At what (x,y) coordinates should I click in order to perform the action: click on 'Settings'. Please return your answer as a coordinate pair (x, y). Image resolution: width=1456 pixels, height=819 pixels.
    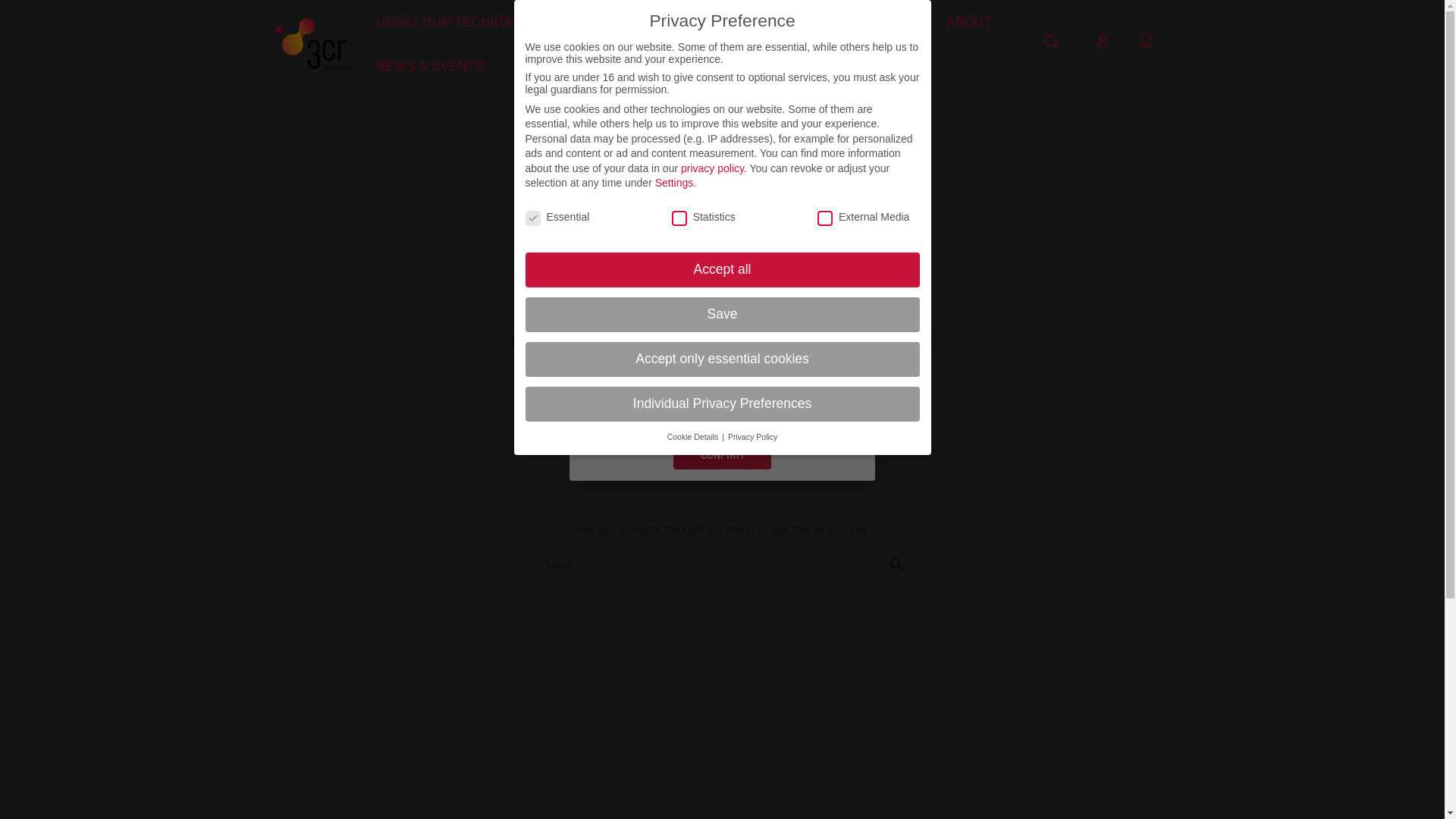
    Looking at the image, I should click on (655, 181).